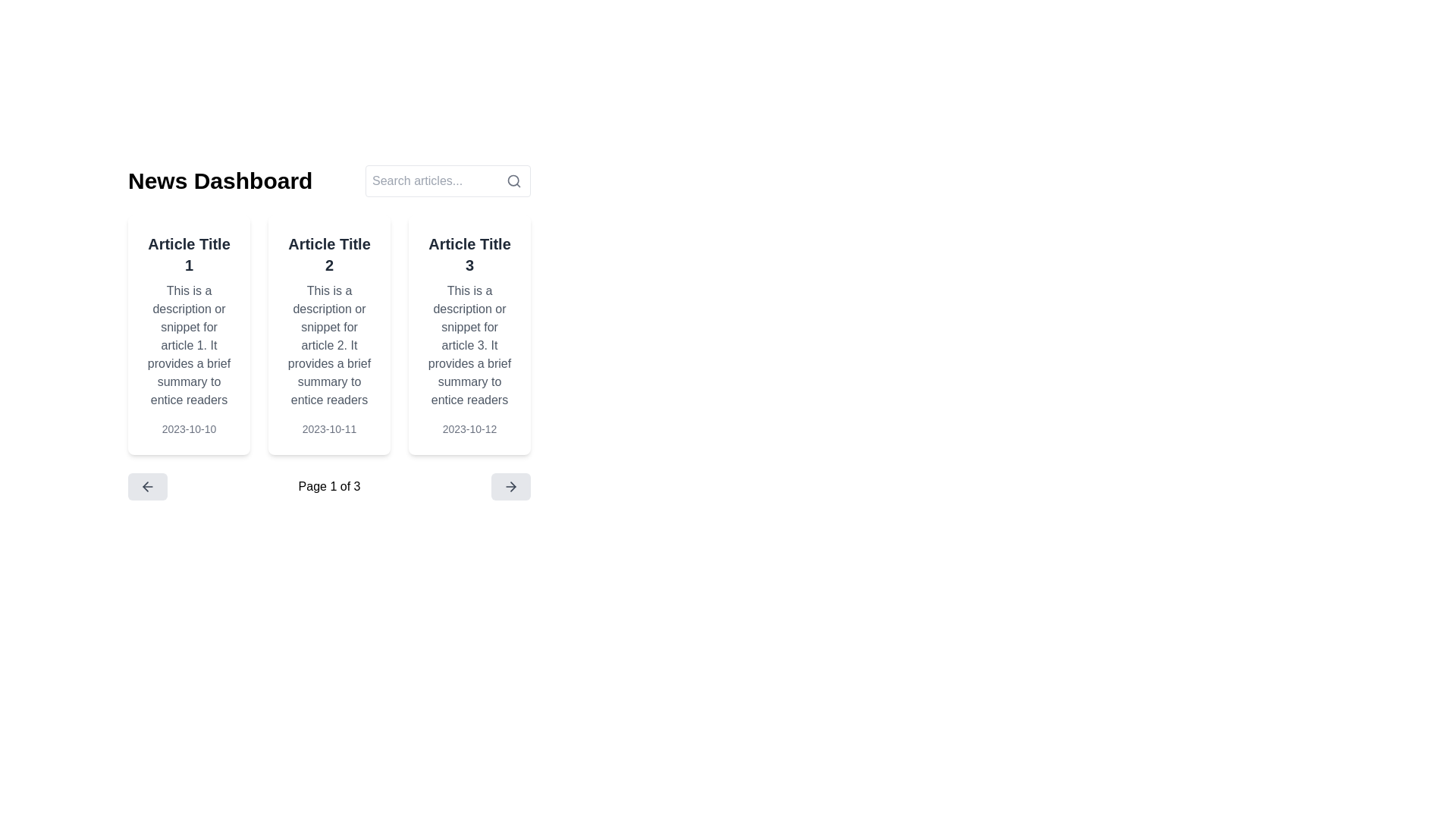  What do you see at coordinates (188, 345) in the screenshot?
I see `the text block displaying a summary description of 'Article Title 1' in dark-gray font color on a white background, located in the middle section of the first article card` at bounding box center [188, 345].